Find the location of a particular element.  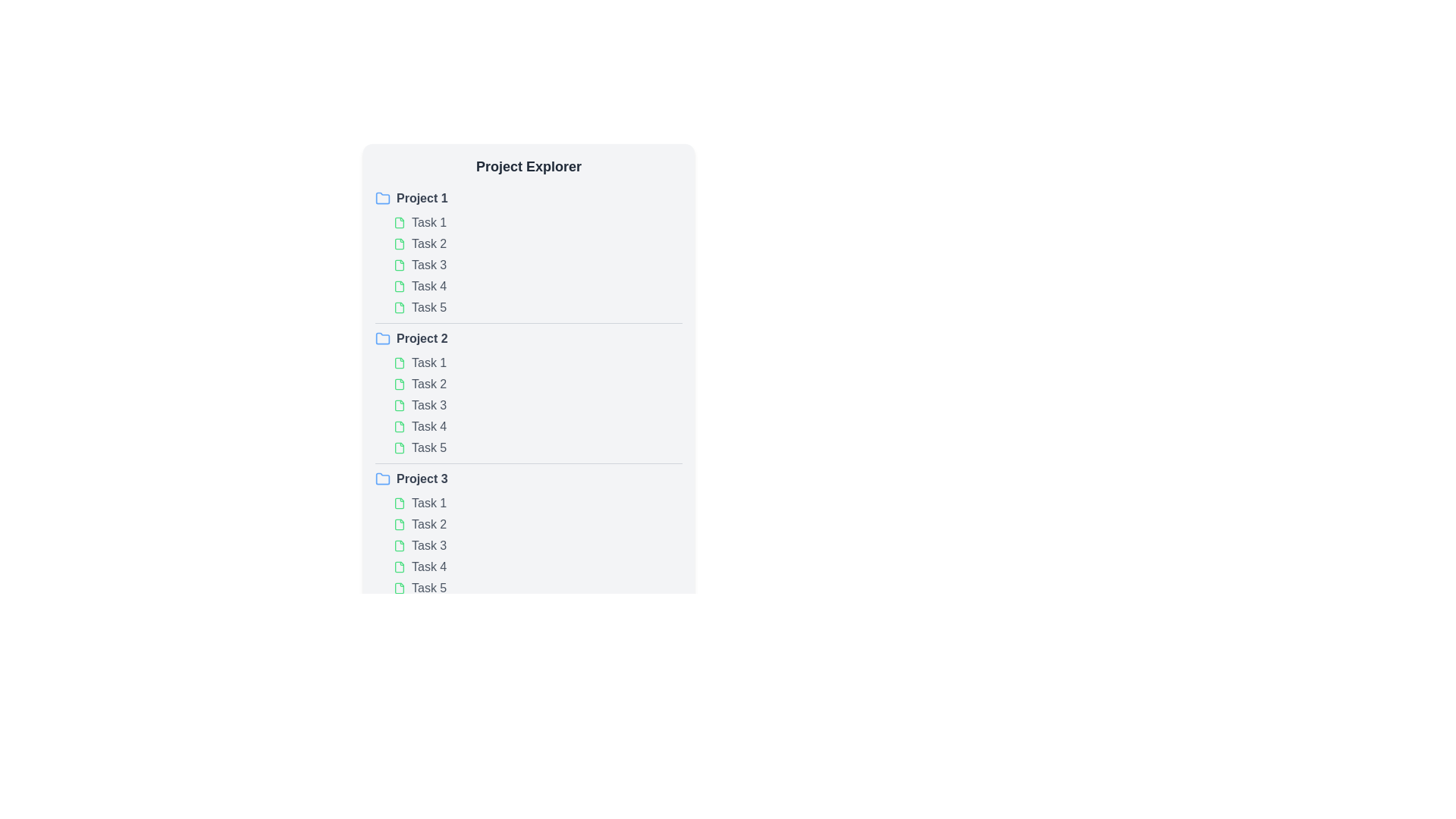

individual tasks within the List Section for the project 'Project 3' is located at coordinates (529, 536).